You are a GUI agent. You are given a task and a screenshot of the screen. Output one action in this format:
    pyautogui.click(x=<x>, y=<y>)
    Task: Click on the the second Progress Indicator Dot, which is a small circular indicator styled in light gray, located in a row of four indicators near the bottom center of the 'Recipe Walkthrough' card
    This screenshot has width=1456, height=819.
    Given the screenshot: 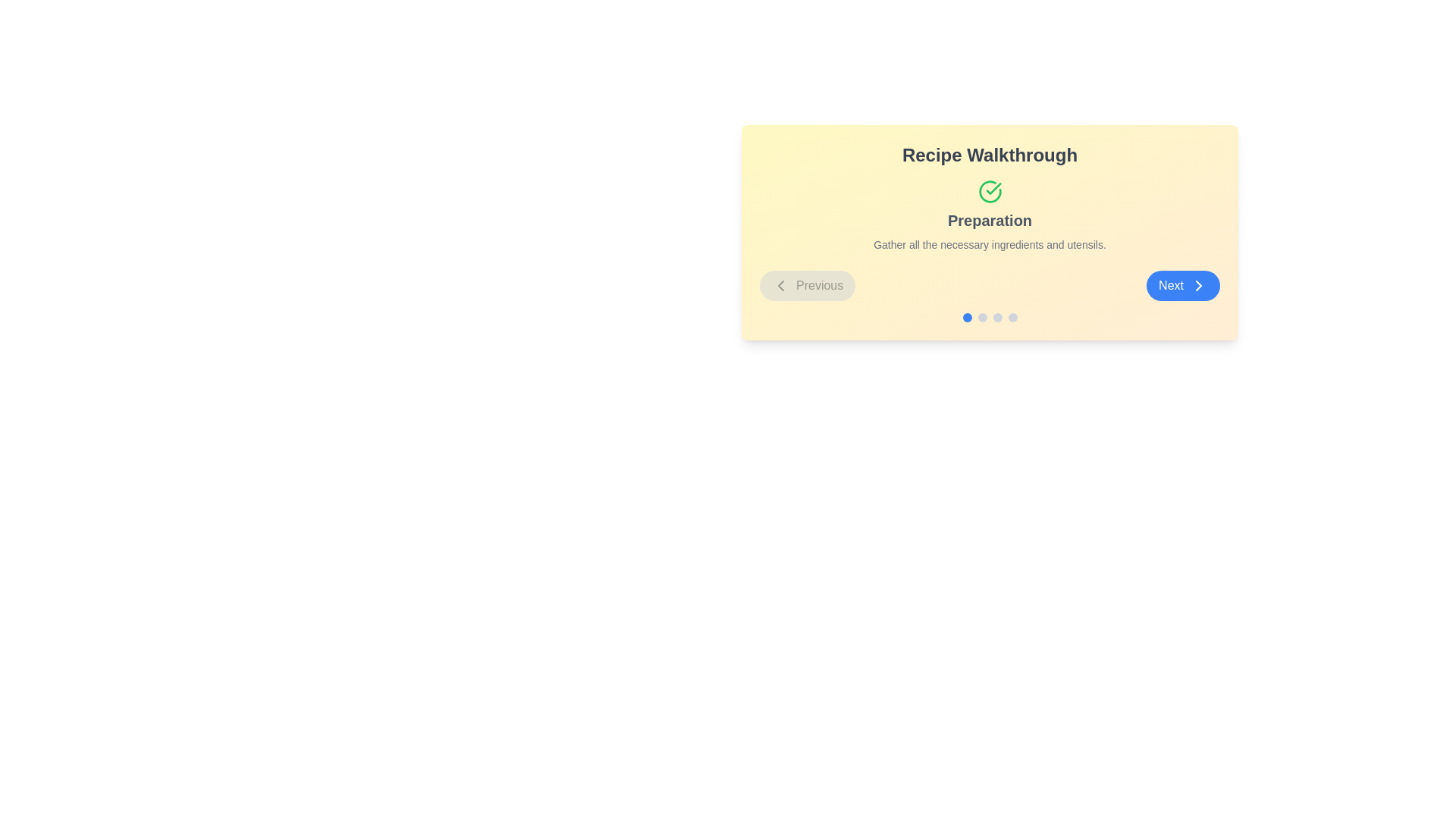 What is the action you would take?
    pyautogui.click(x=982, y=317)
    